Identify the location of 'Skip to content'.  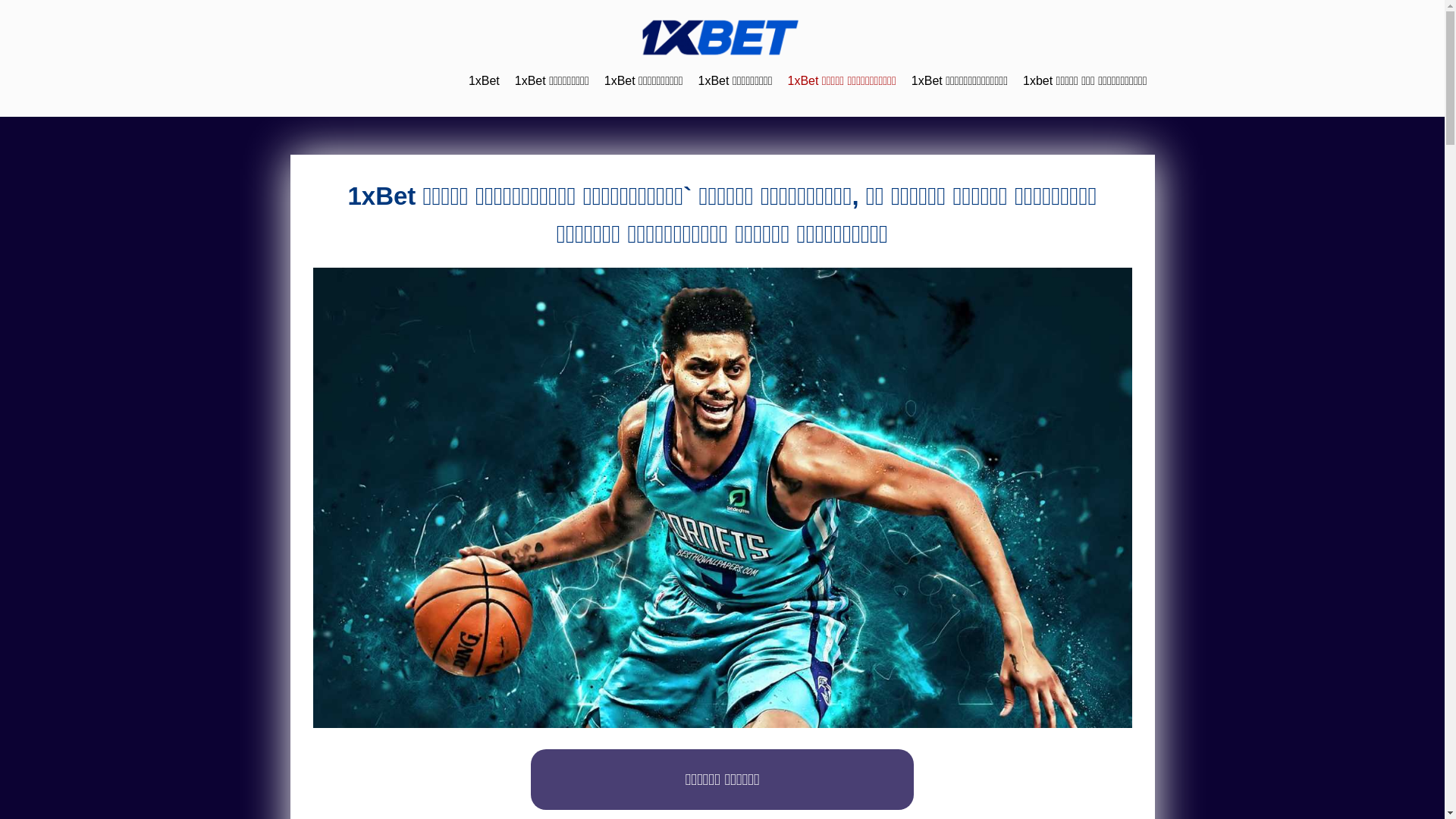
(0, 0).